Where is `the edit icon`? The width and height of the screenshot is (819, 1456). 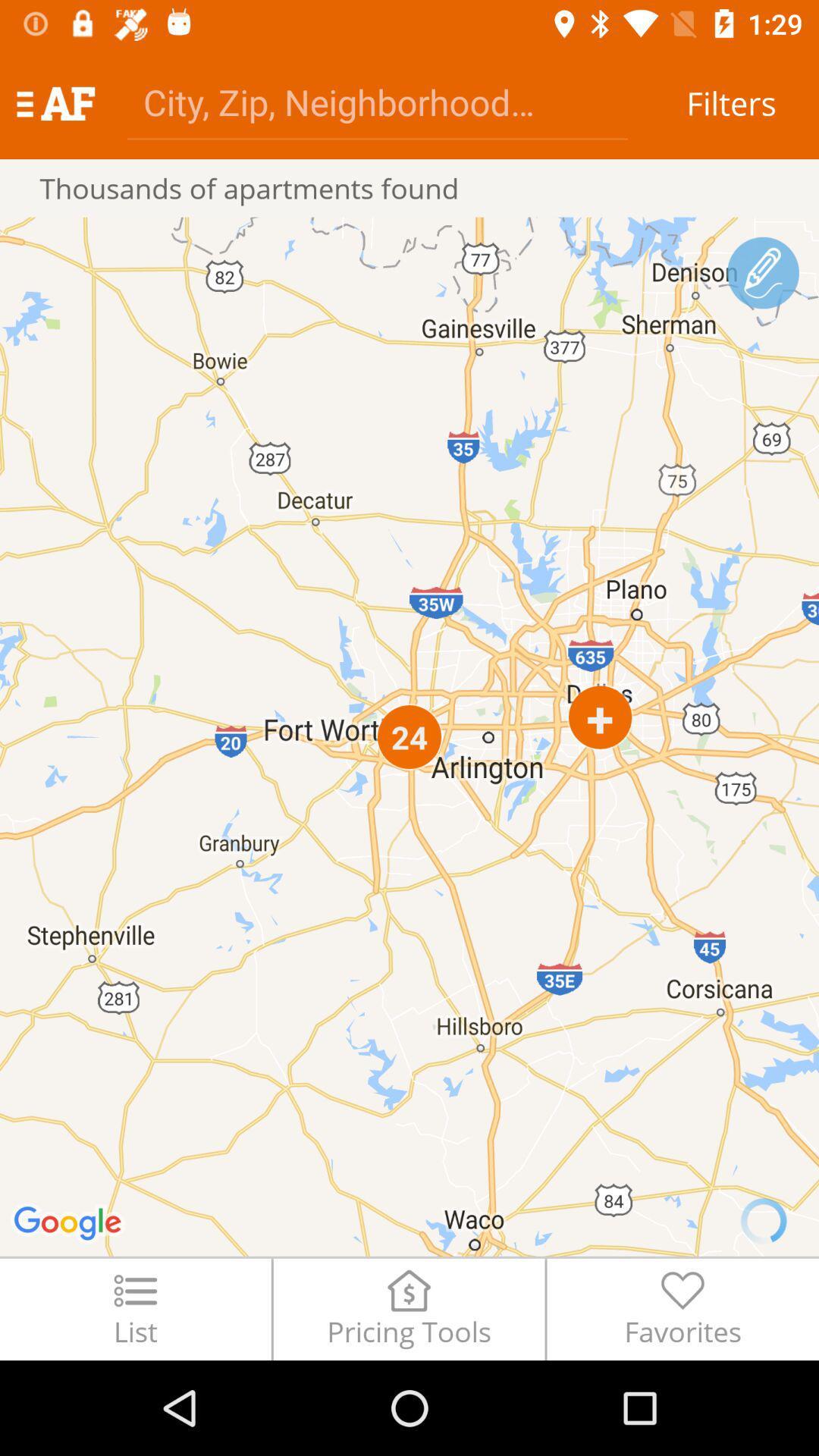
the edit icon is located at coordinates (763, 273).